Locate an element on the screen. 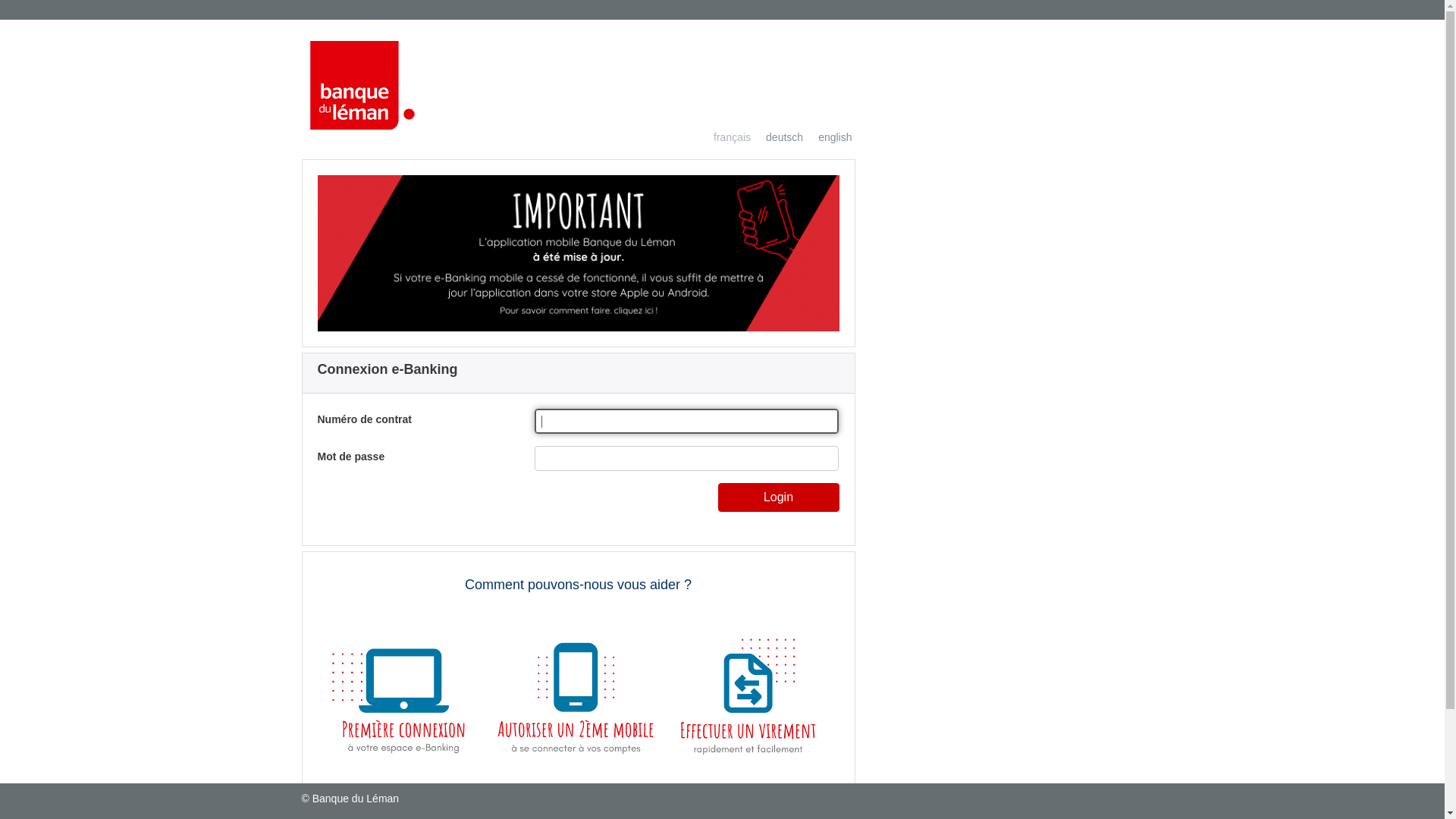  'english' is located at coordinates (826, 137).